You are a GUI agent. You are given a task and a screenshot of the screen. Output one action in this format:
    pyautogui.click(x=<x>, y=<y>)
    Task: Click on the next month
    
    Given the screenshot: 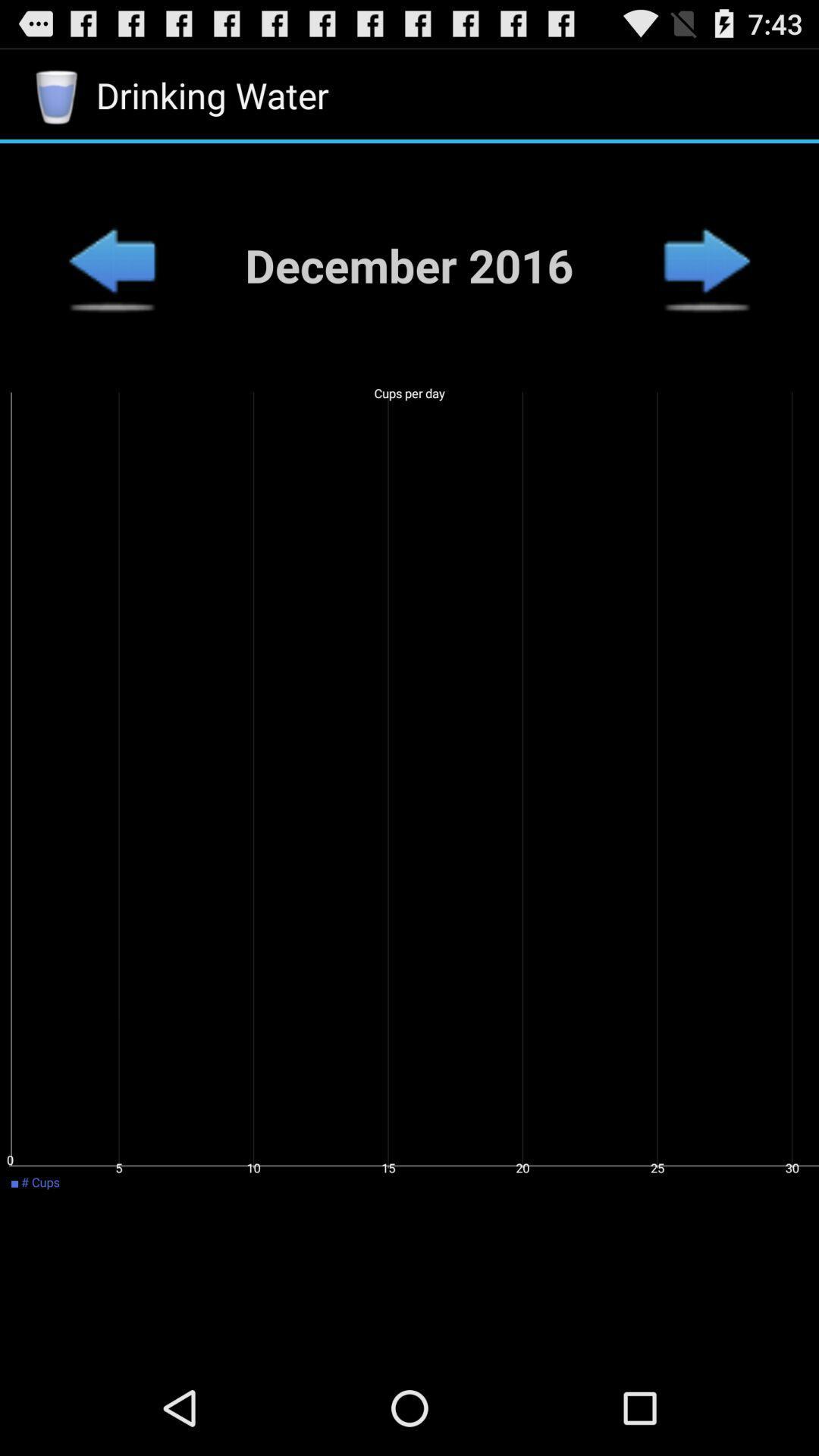 What is the action you would take?
    pyautogui.click(x=706, y=265)
    